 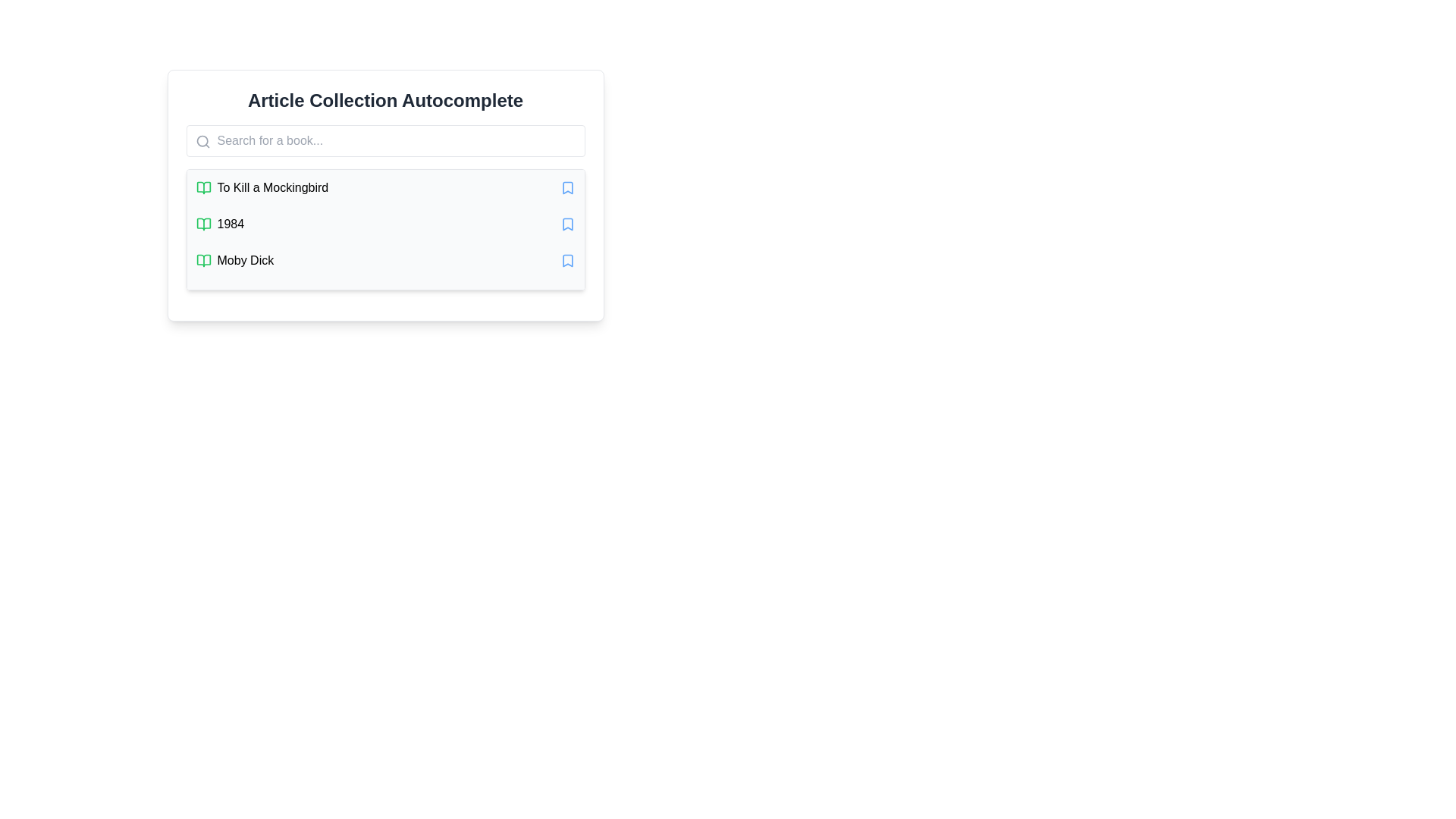 What do you see at coordinates (202, 187) in the screenshot?
I see `the green outlined open book icon located to the left of the text 'To Kill a Mockingbird' in the Article Collection Autocomplete list` at bounding box center [202, 187].